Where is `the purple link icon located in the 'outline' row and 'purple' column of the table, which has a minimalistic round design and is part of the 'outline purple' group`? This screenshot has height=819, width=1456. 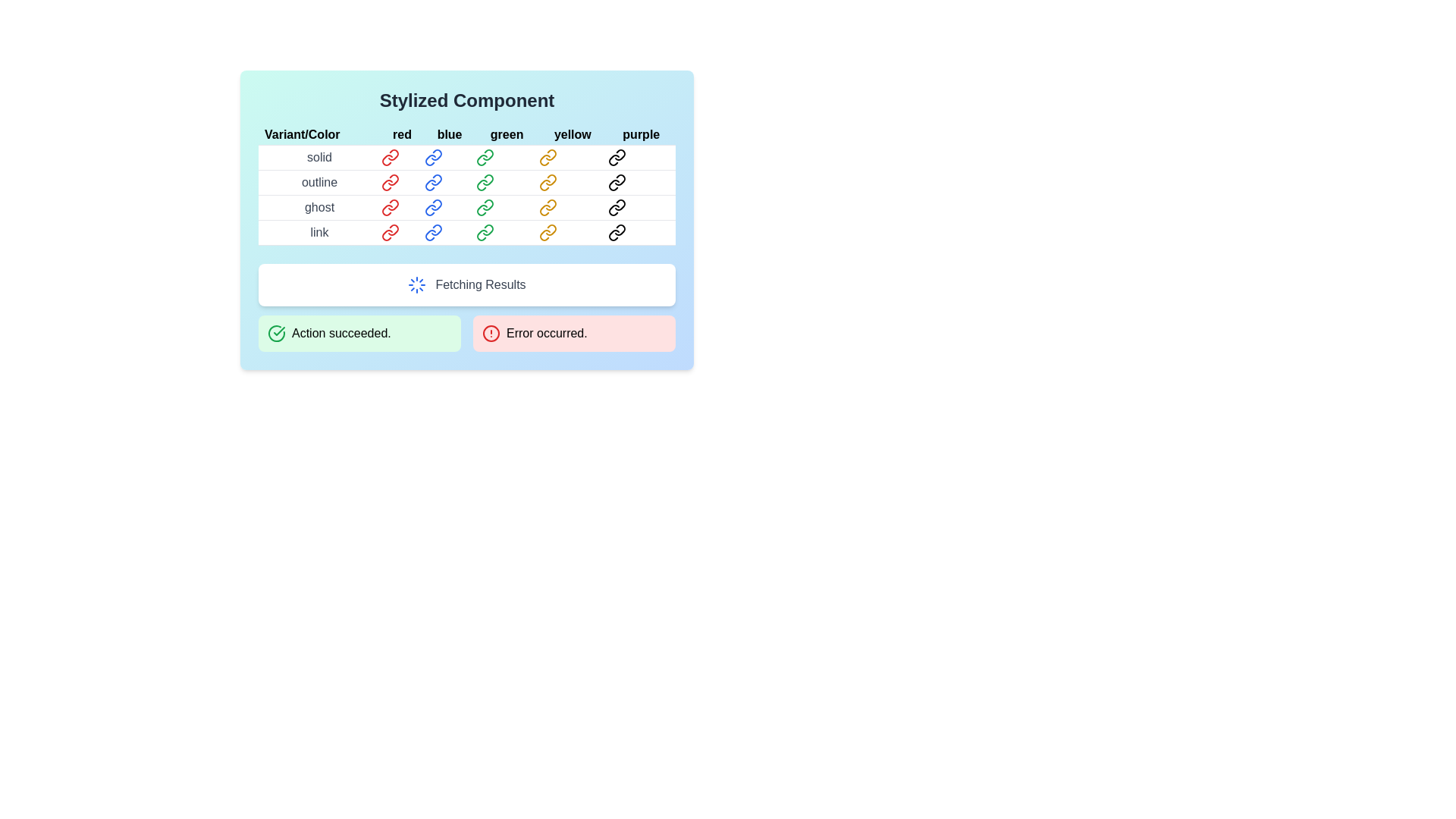 the purple link icon located in the 'outline' row and 'purple' column of the table, which has a minimalistic round design and is part of the 'outline purple' group is located at coordinates (617, 181).